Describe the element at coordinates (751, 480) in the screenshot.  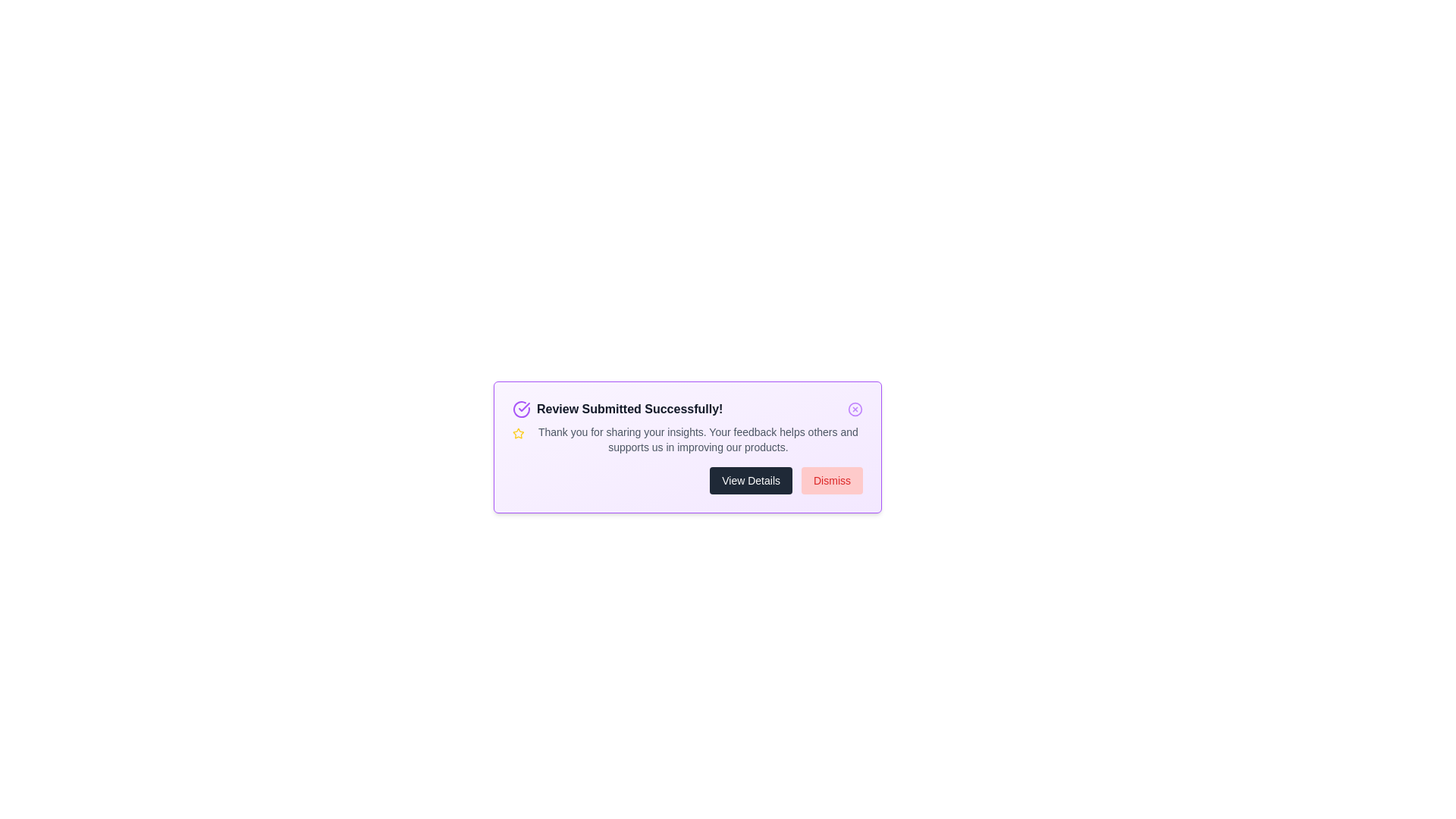
I see `the 'View Details' button` at that location.